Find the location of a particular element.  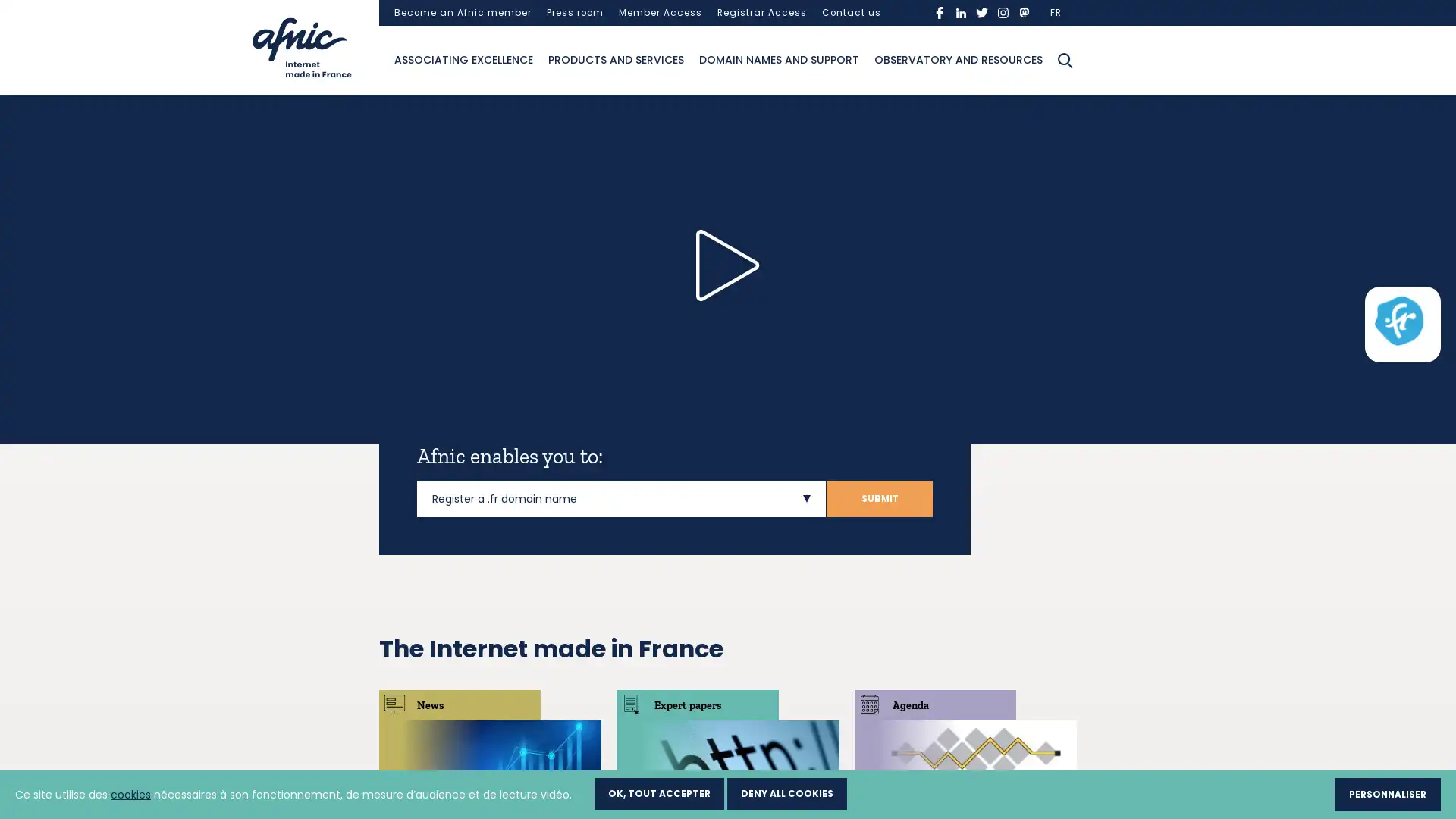

Ouvrir la pastille .fr is located at coordinates (1398, 320).